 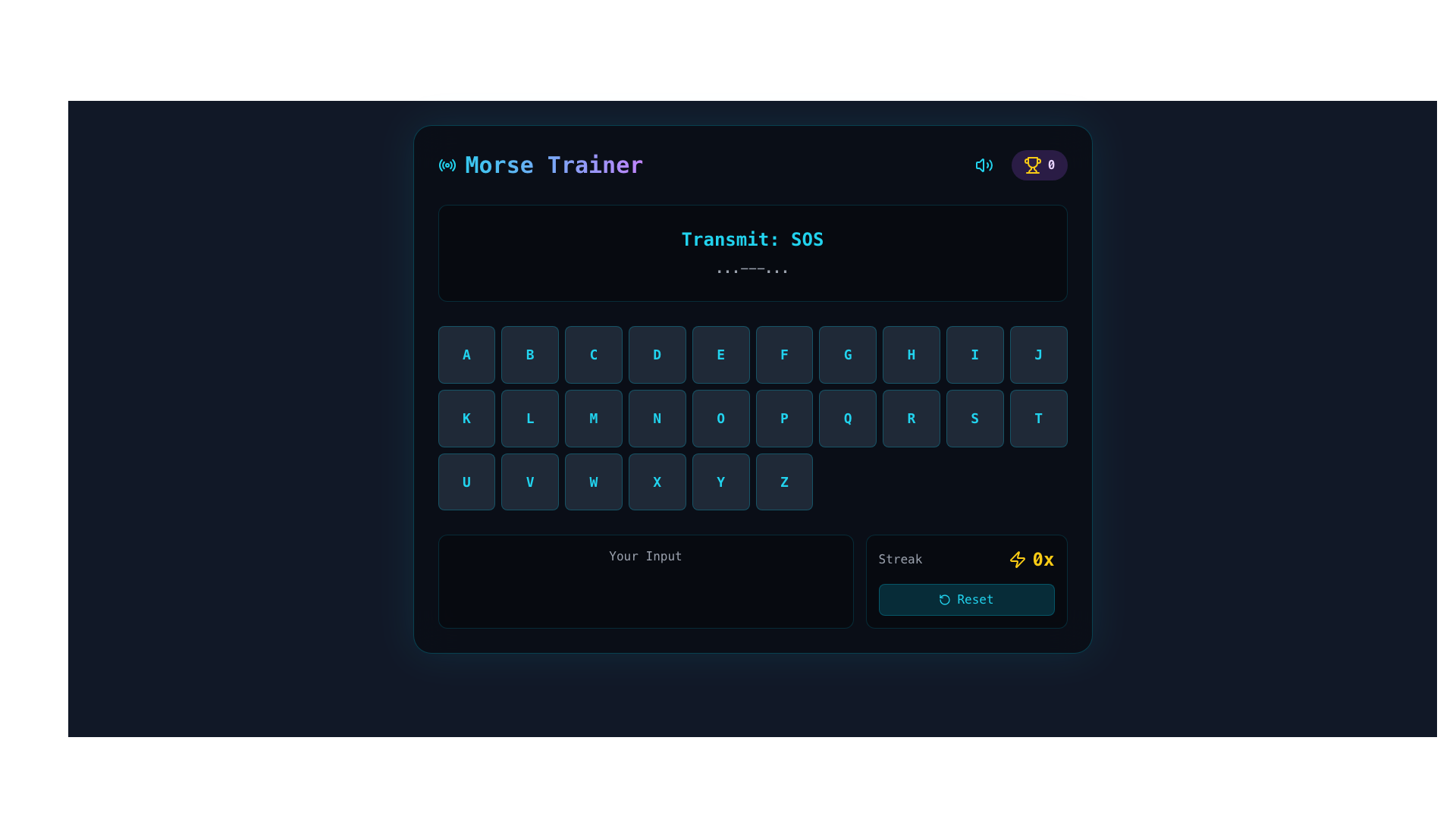 I want to click on the square button with a dark background and a cyan-colored letter 'Y', so click(x=720, y=482).